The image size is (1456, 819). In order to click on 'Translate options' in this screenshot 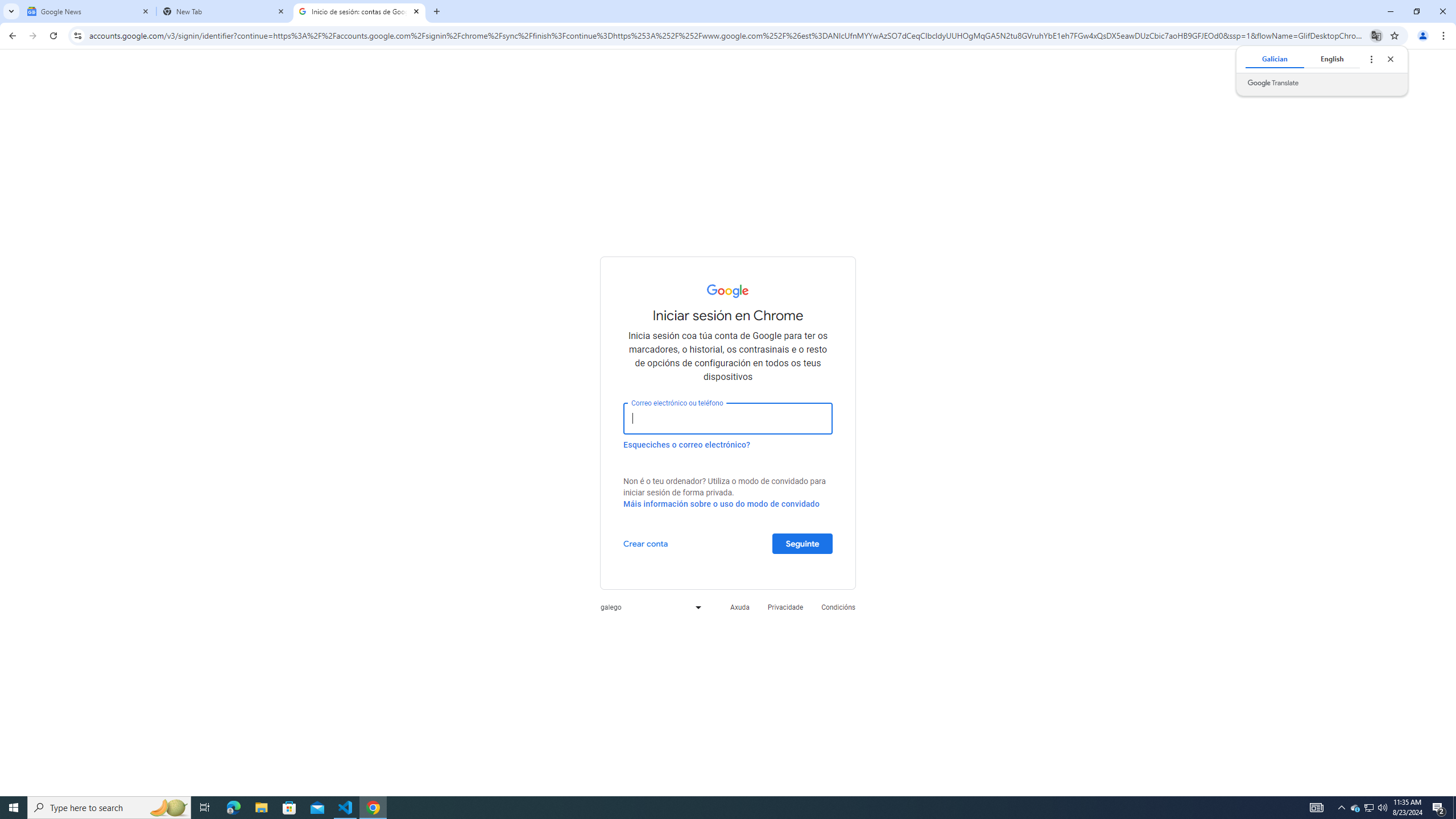, I will do `click(1370, 59)`.